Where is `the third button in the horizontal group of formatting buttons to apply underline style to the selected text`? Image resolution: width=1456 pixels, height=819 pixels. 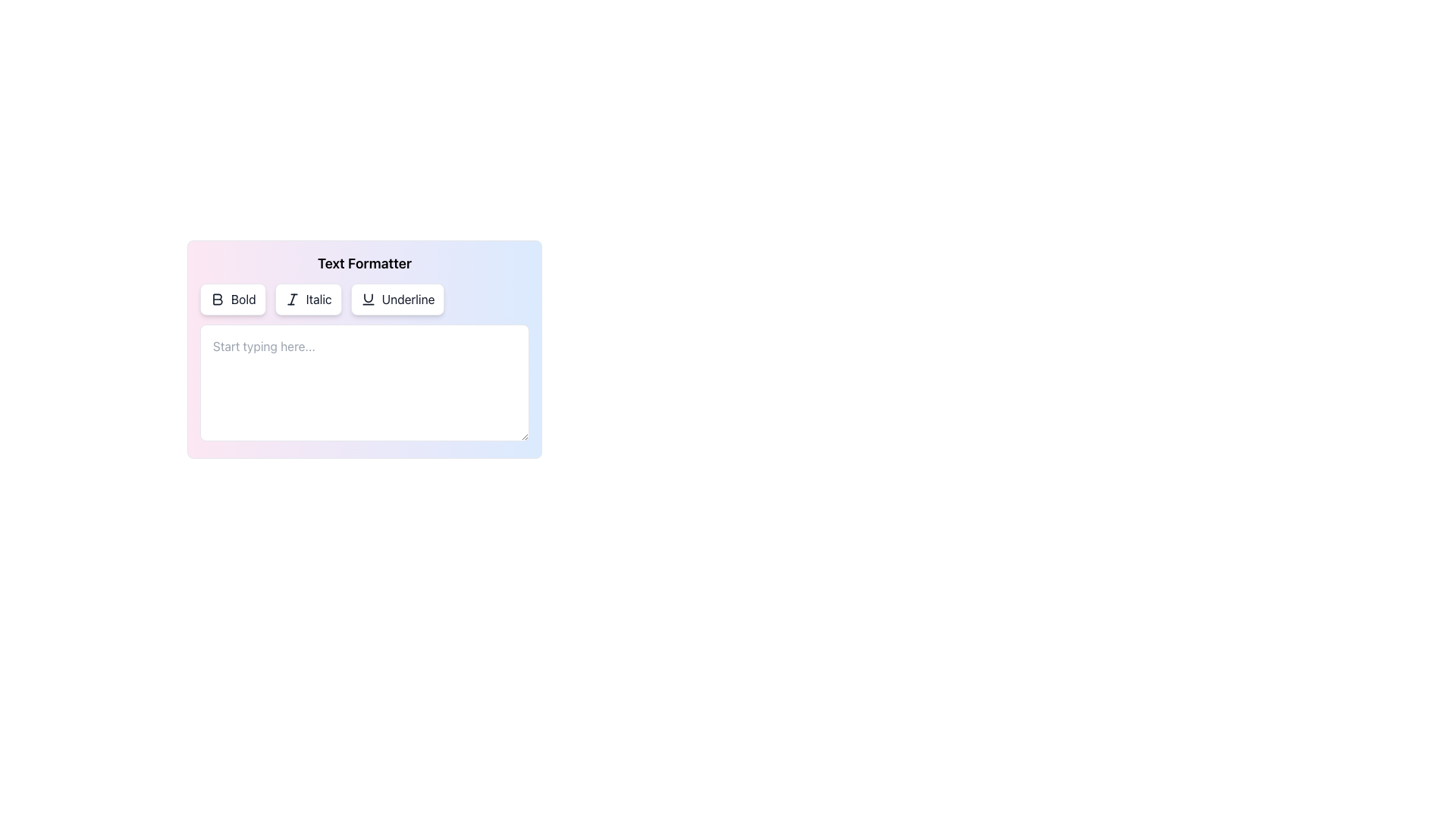 the third button in the horizontal group of formatting buttons to apply underline style to the selected text is located at coordinates (397, 299).